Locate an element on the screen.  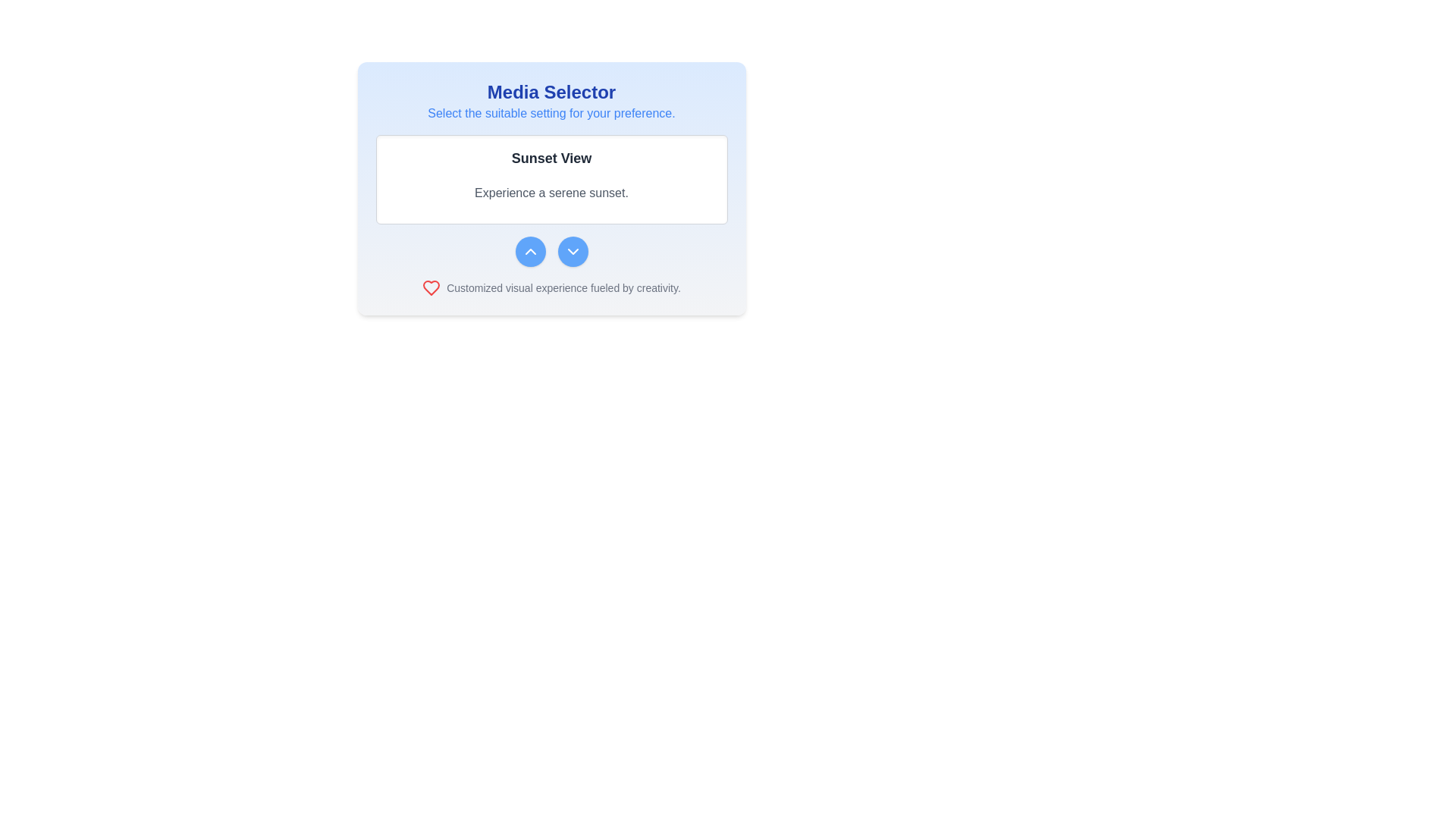
the text element that reads 'Customized visual experience fueled by creativity.' which is accompanied by a red heart icon on its left is located at coordinates (551, 288).